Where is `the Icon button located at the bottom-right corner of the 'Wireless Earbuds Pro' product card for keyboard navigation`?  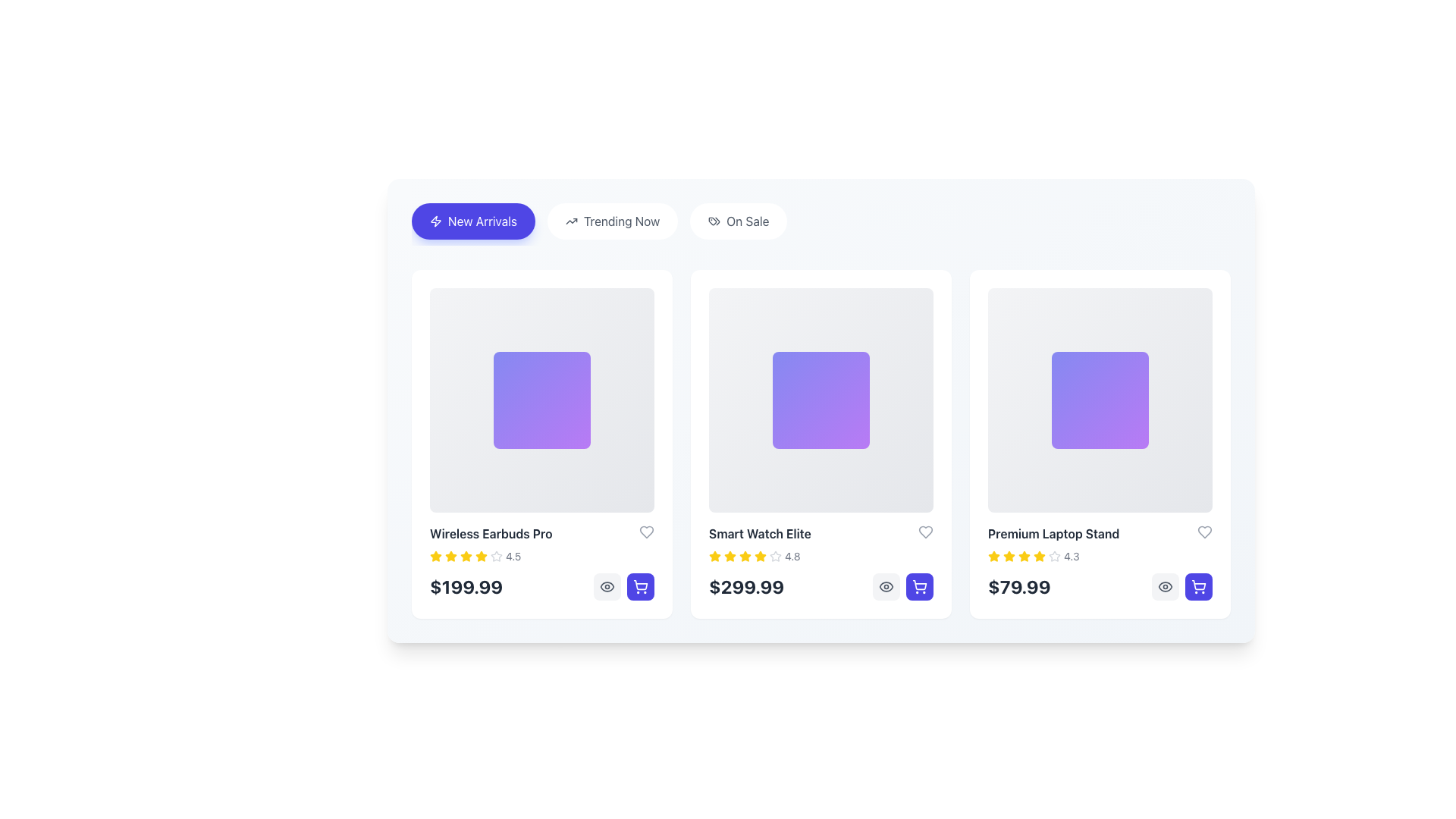
the Icon button located at the bottom-right corner of the 'Wireless Earbuds Pro' product card for keyboard navigation is located at coordinates (640, 586).